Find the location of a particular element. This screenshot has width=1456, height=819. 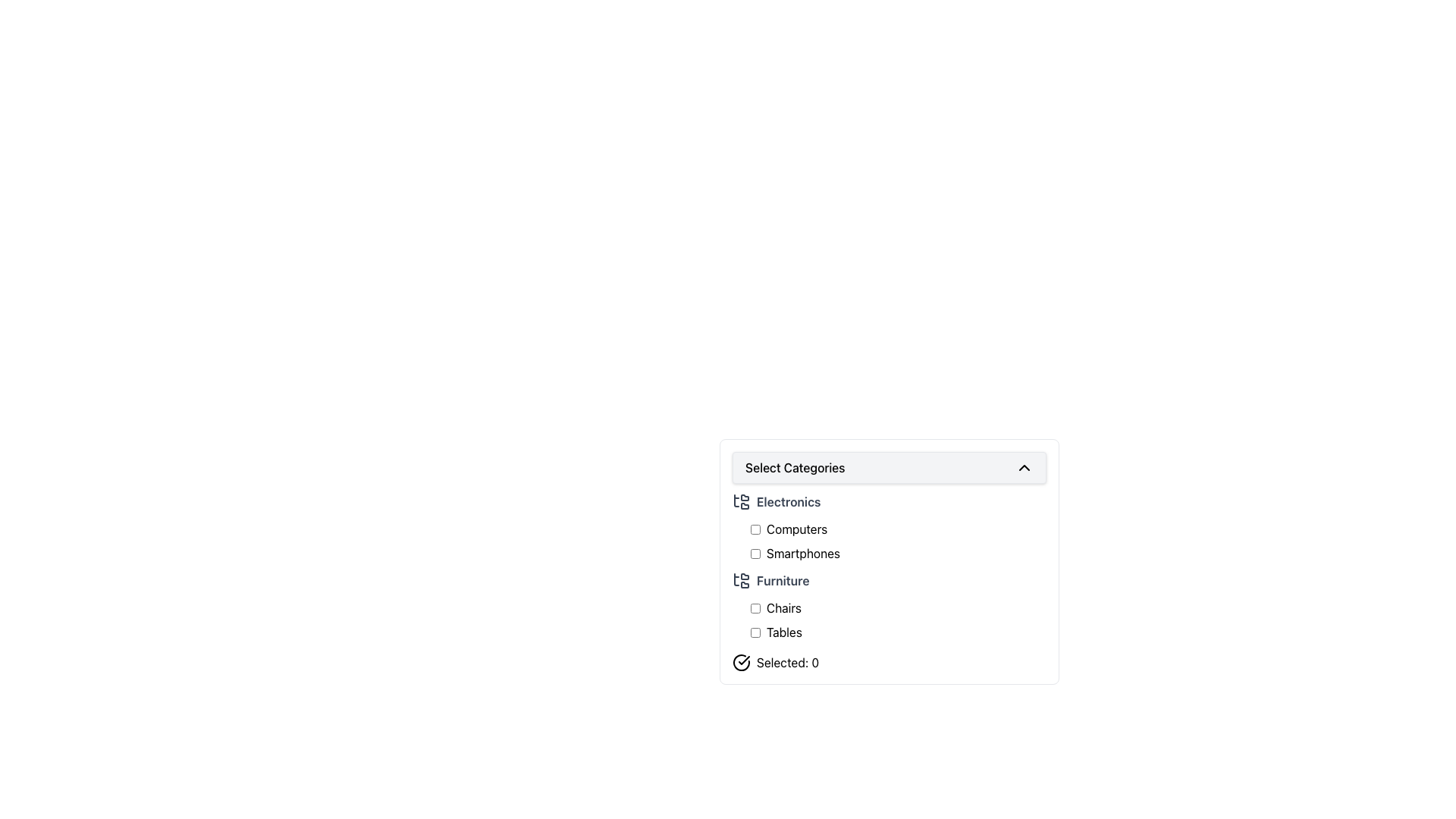

the text label reading 'Smartphones' which is aligned with a checkbox to its left in the 'Electronics' section is located at coordinates (802, 553).